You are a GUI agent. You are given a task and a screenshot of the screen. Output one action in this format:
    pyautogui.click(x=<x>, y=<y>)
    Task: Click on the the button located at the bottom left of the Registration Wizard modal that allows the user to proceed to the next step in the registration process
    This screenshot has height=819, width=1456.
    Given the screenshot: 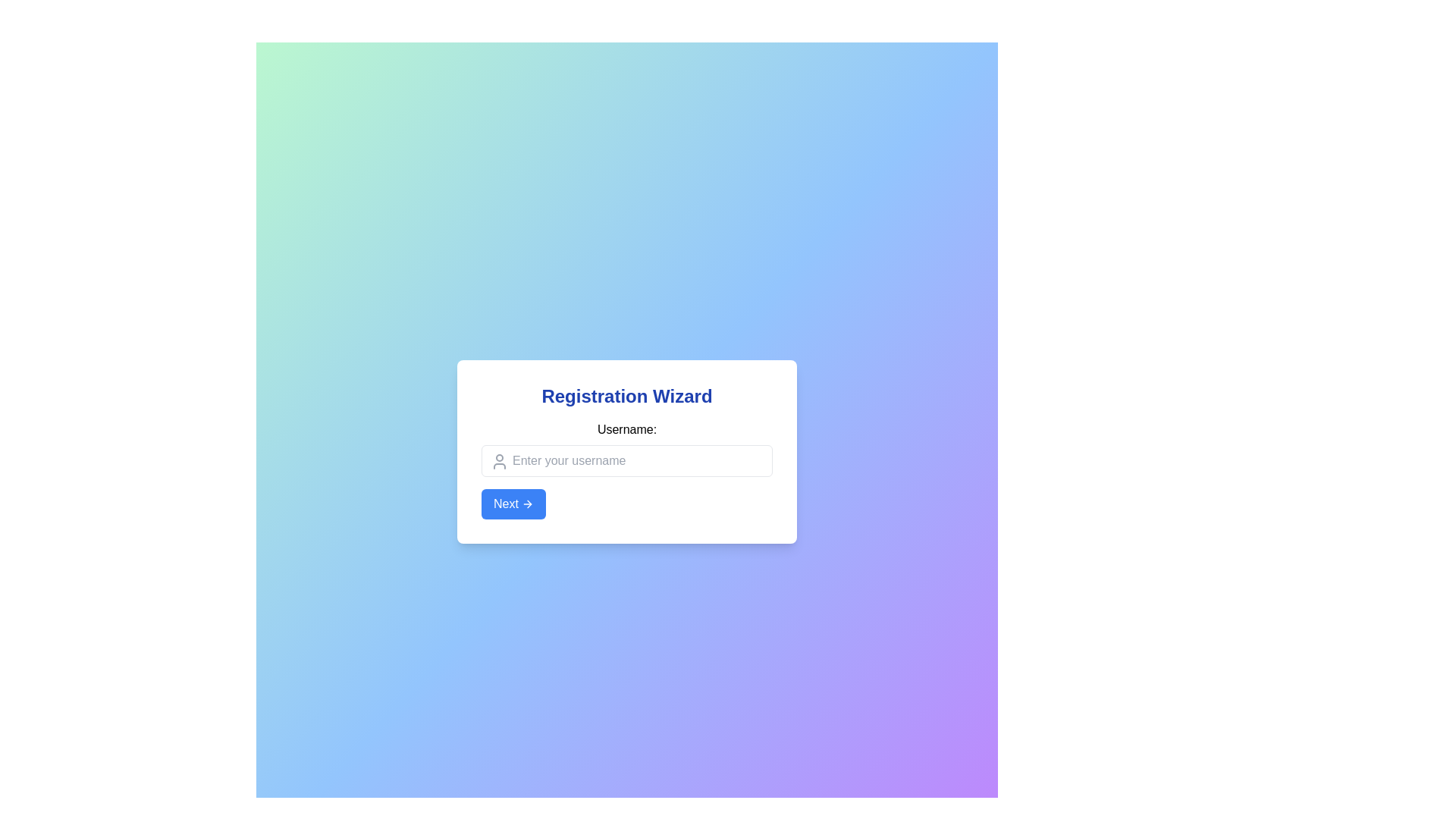 What is the action you would take?
    pyautogui.click(x=513, y=504)
    